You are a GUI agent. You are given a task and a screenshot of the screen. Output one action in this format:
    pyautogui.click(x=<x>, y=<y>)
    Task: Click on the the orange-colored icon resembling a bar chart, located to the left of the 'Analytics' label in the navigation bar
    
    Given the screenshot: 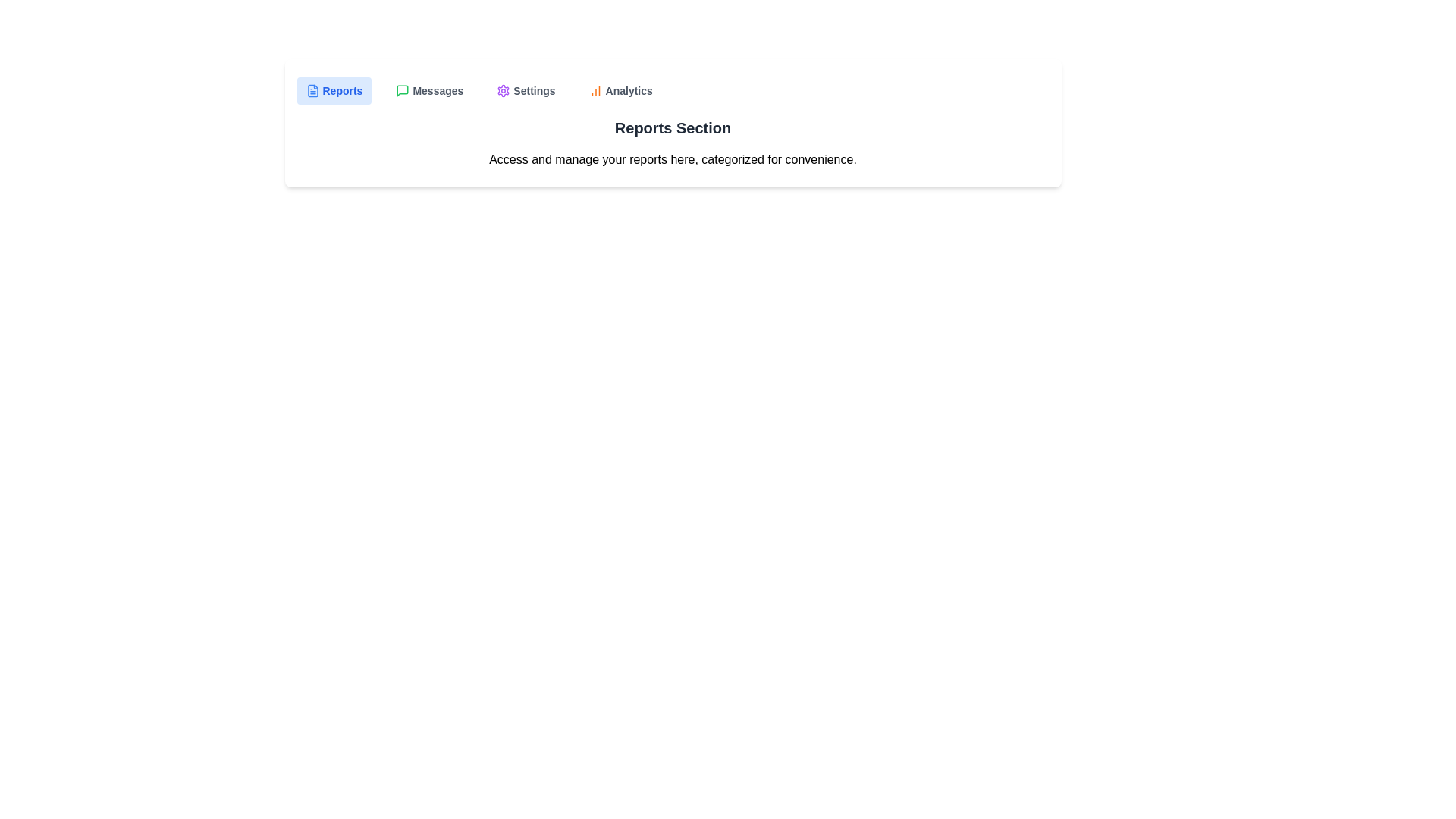 What is the action you would take?
    pyautogui.click(x=595, y=90)
    